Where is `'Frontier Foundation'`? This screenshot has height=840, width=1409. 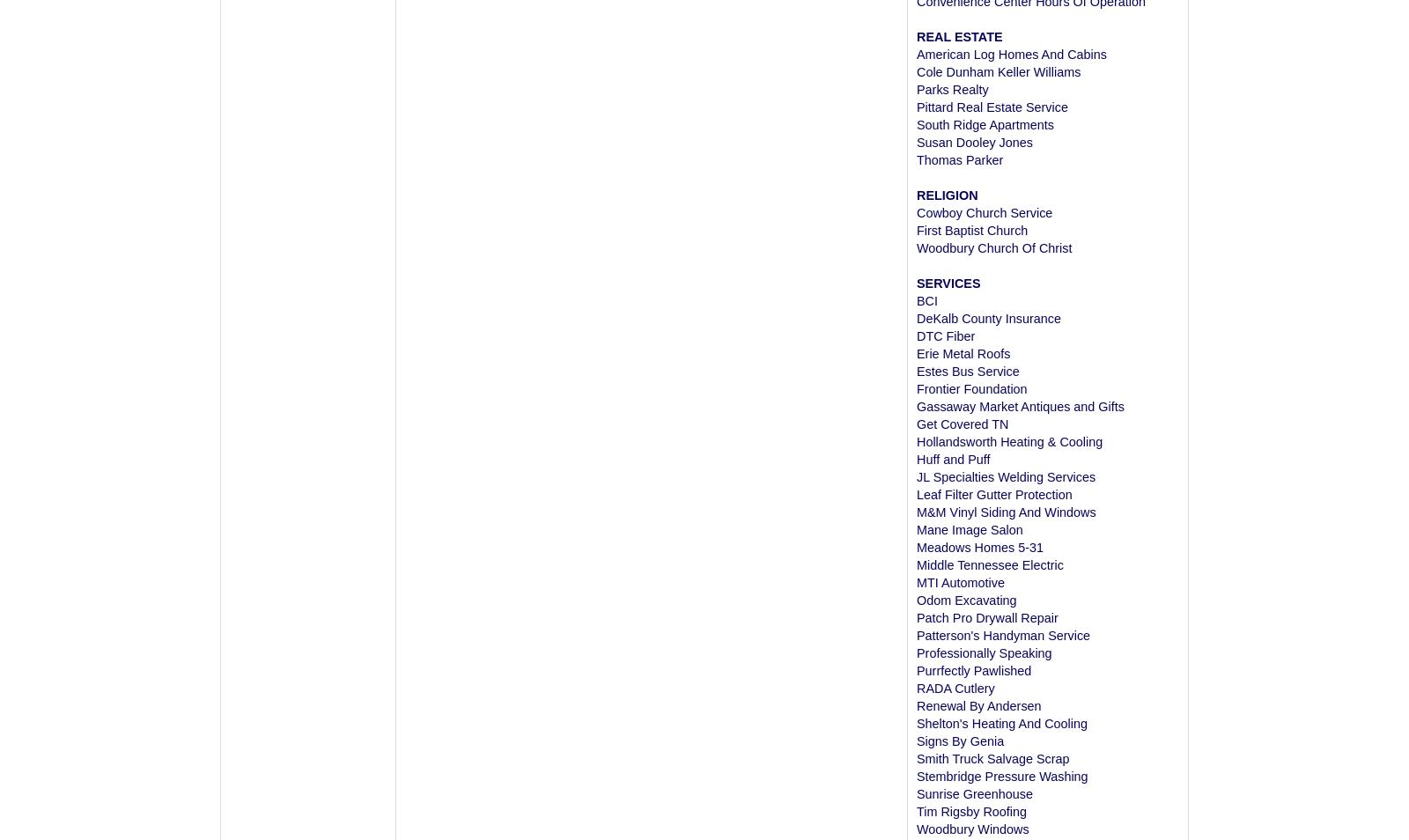
'Frontier Foundation' is located at coordinates (971, 388).